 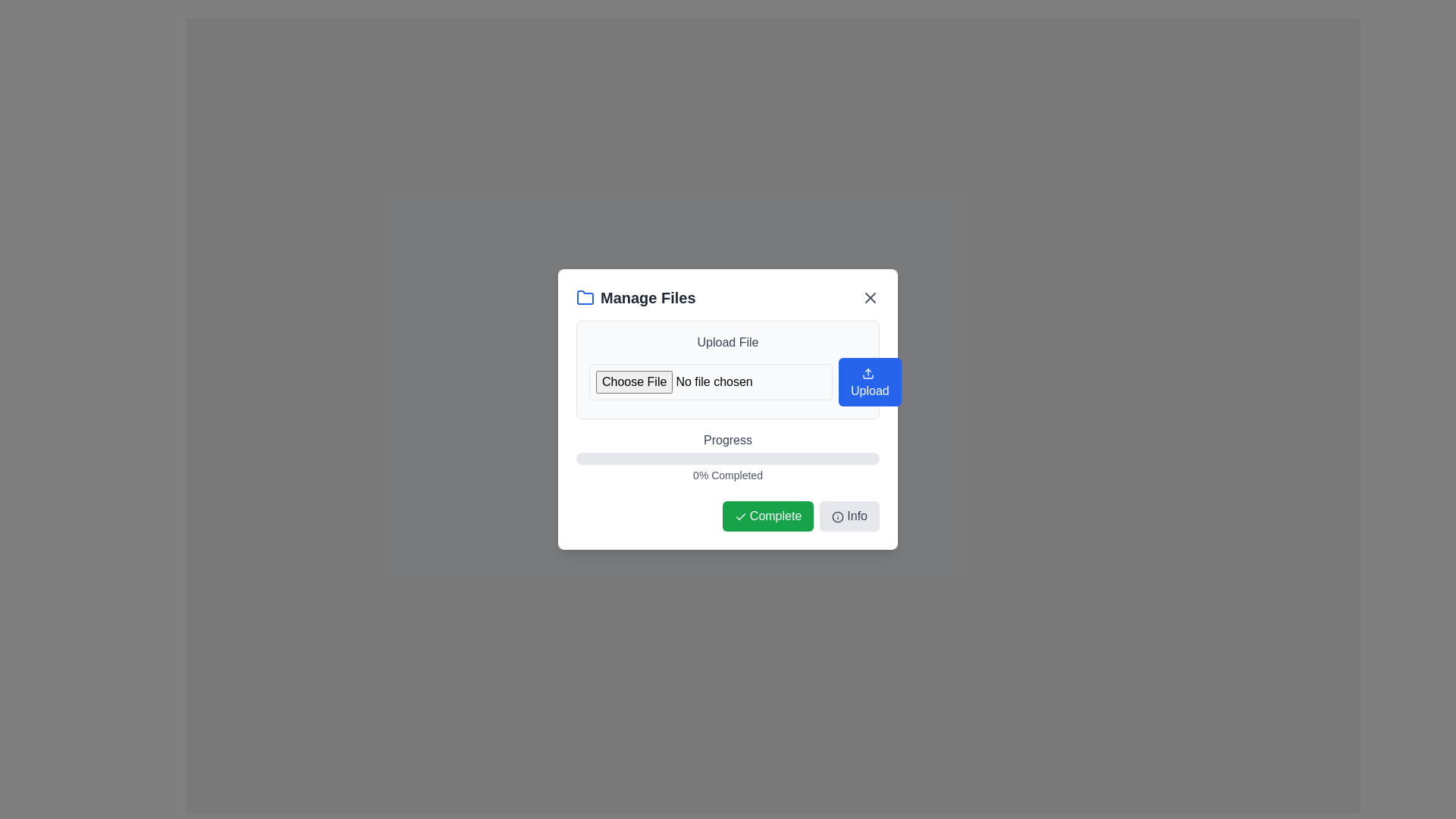 I want to click on the SVG Circle element that is part of the information icon located near the bottom-right corner of the 'Manage Files' dialog box, adjacent to the green 'Complete' button, so click(x=837, y=516).